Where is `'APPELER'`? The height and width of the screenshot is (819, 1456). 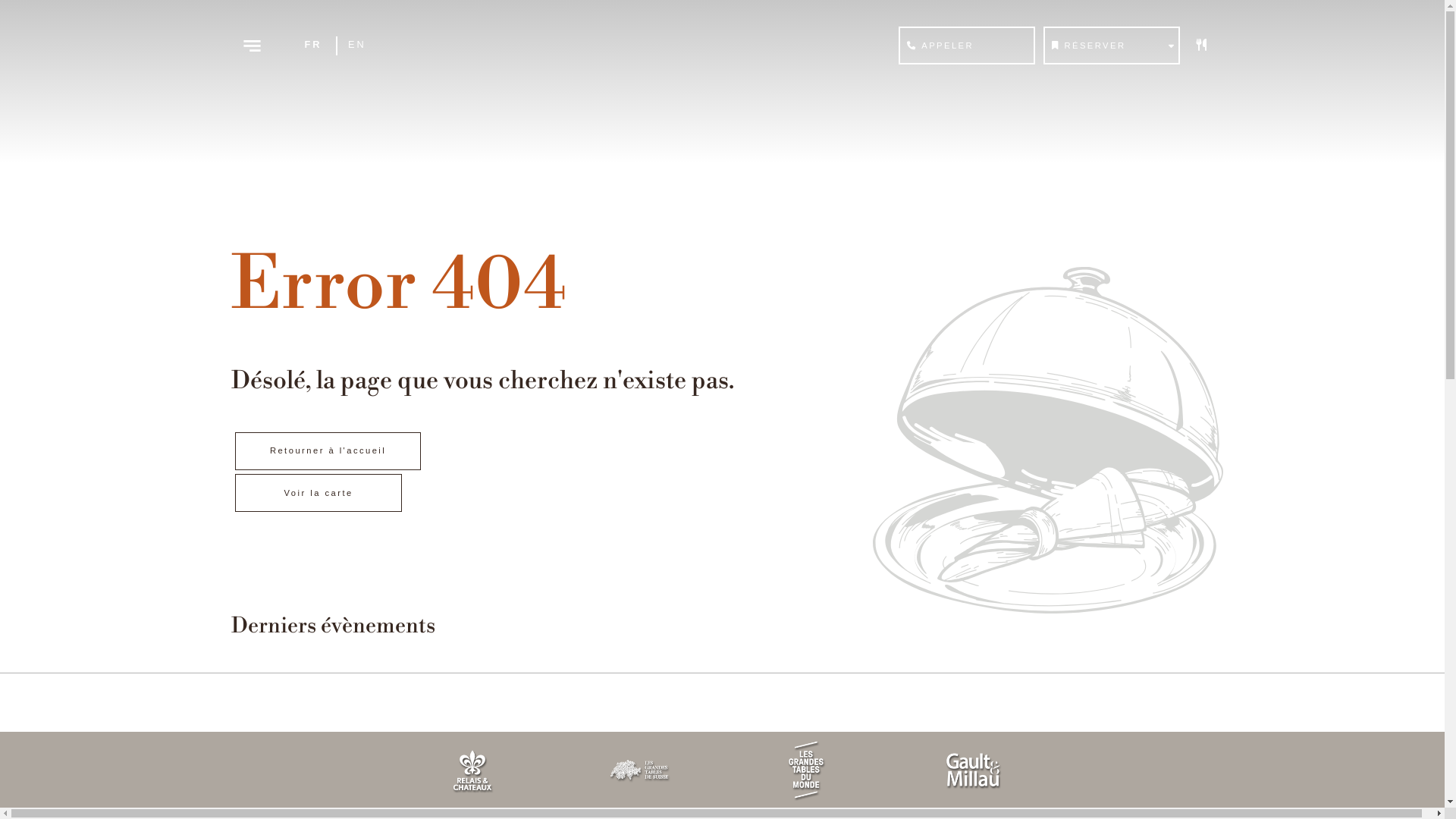 'APPELER' is located at coordinates (966, 45).